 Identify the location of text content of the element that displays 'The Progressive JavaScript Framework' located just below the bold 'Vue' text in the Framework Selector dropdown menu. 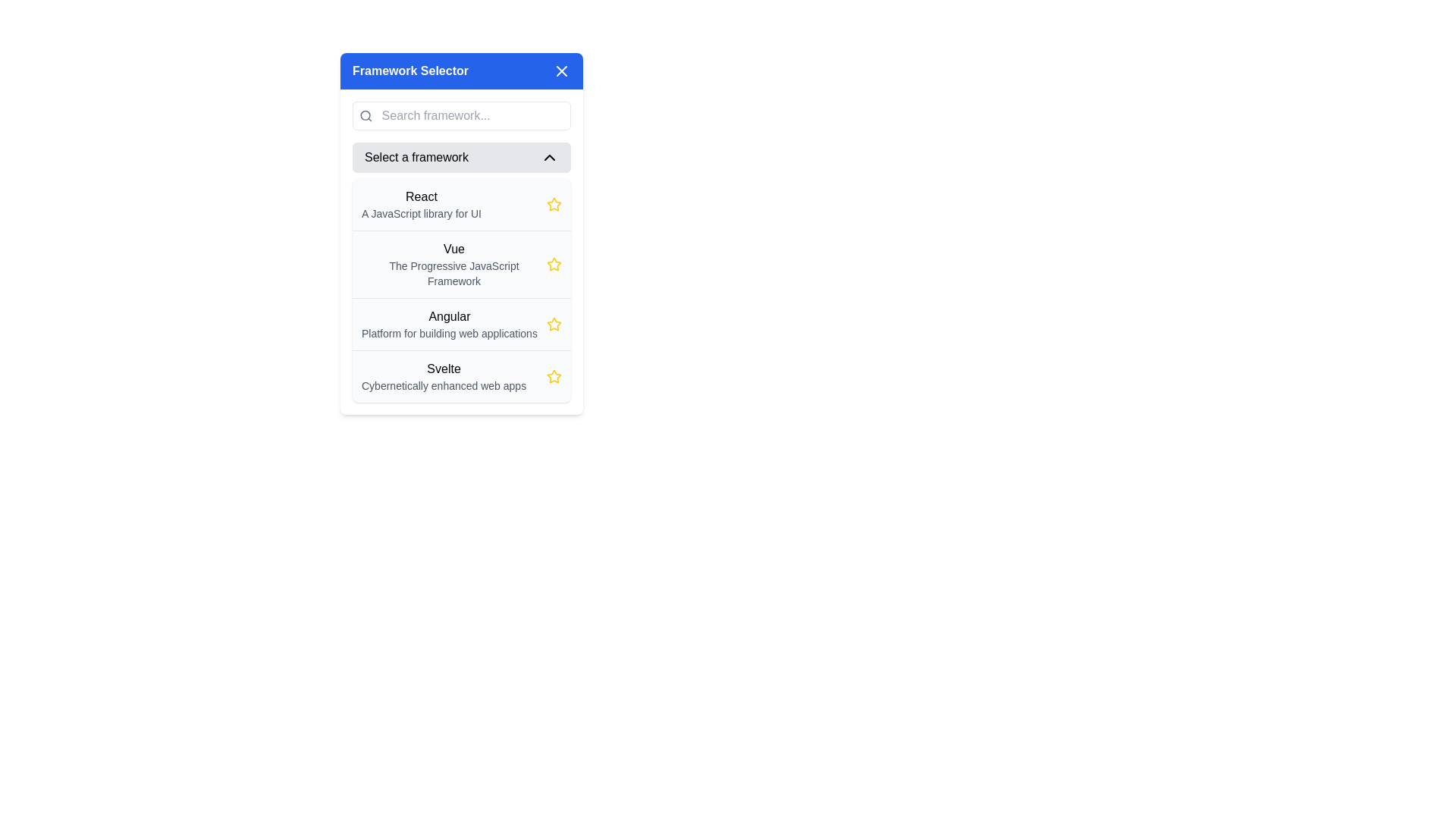
(453, 274).